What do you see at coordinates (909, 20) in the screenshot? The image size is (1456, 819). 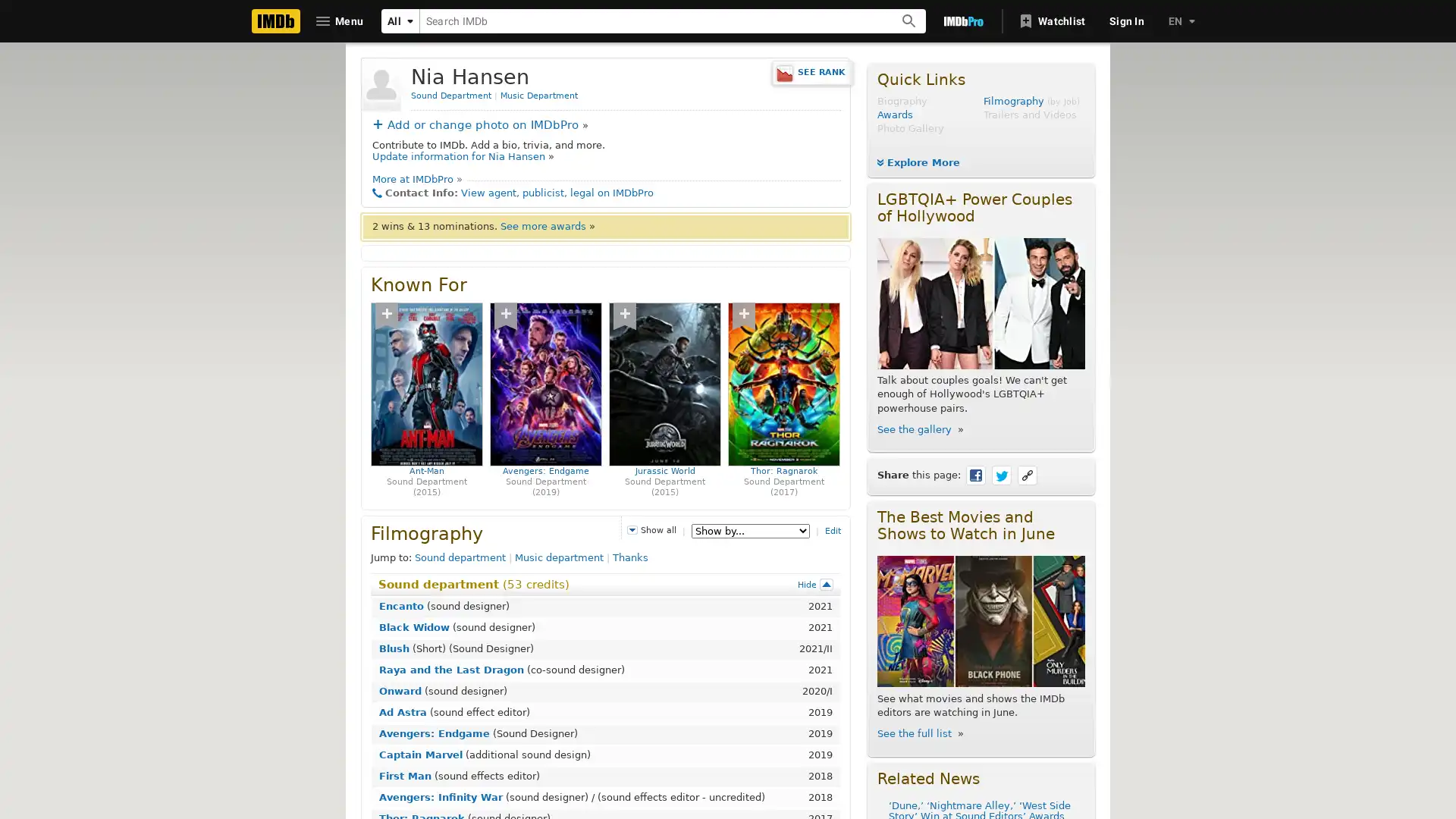 I see `Submit Search` at bounding box center [909, 20].